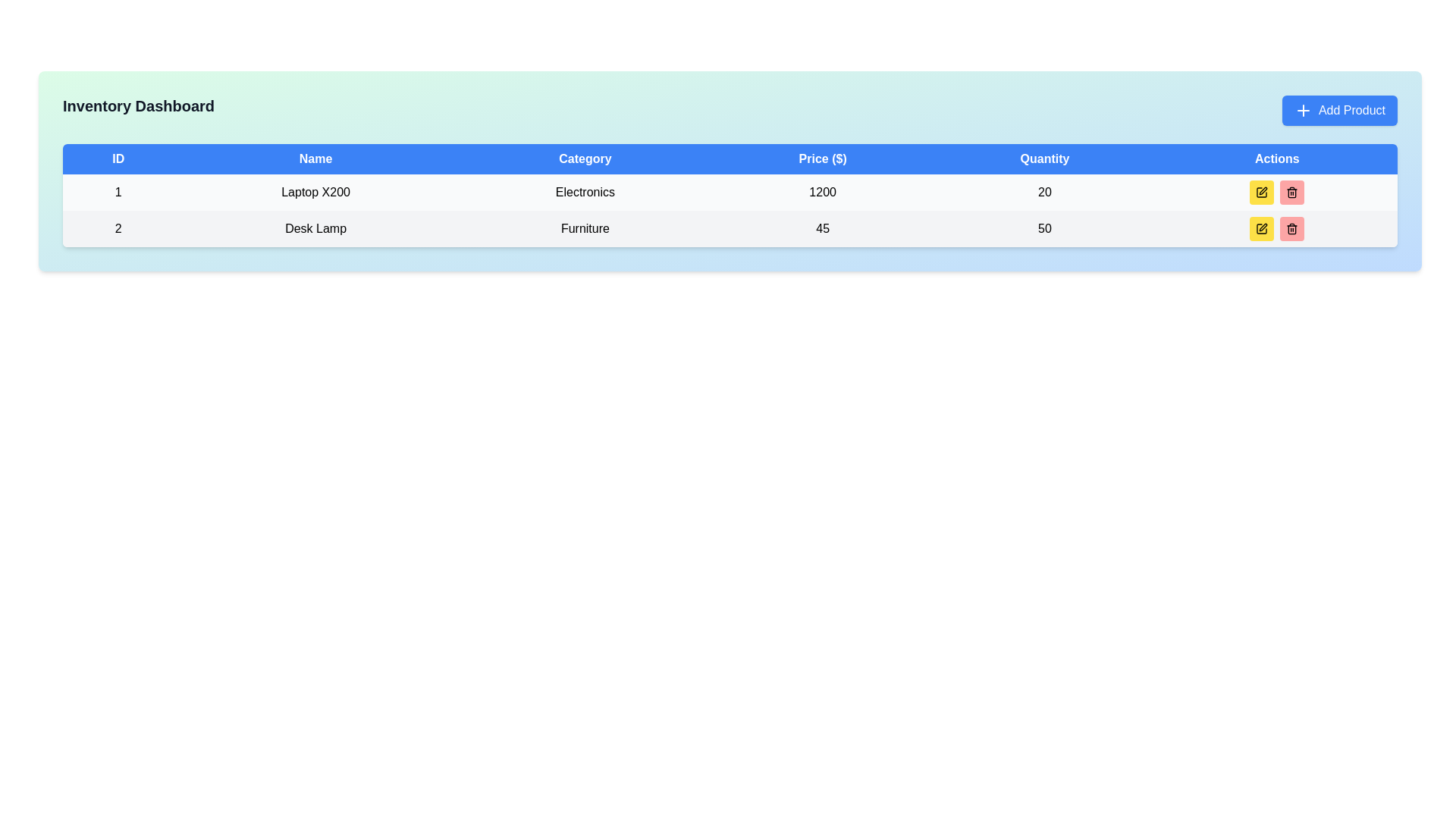  I want to click on the red rounded button with a trash can icon in the 'Actions' column of the second row, so click(1291, 228).